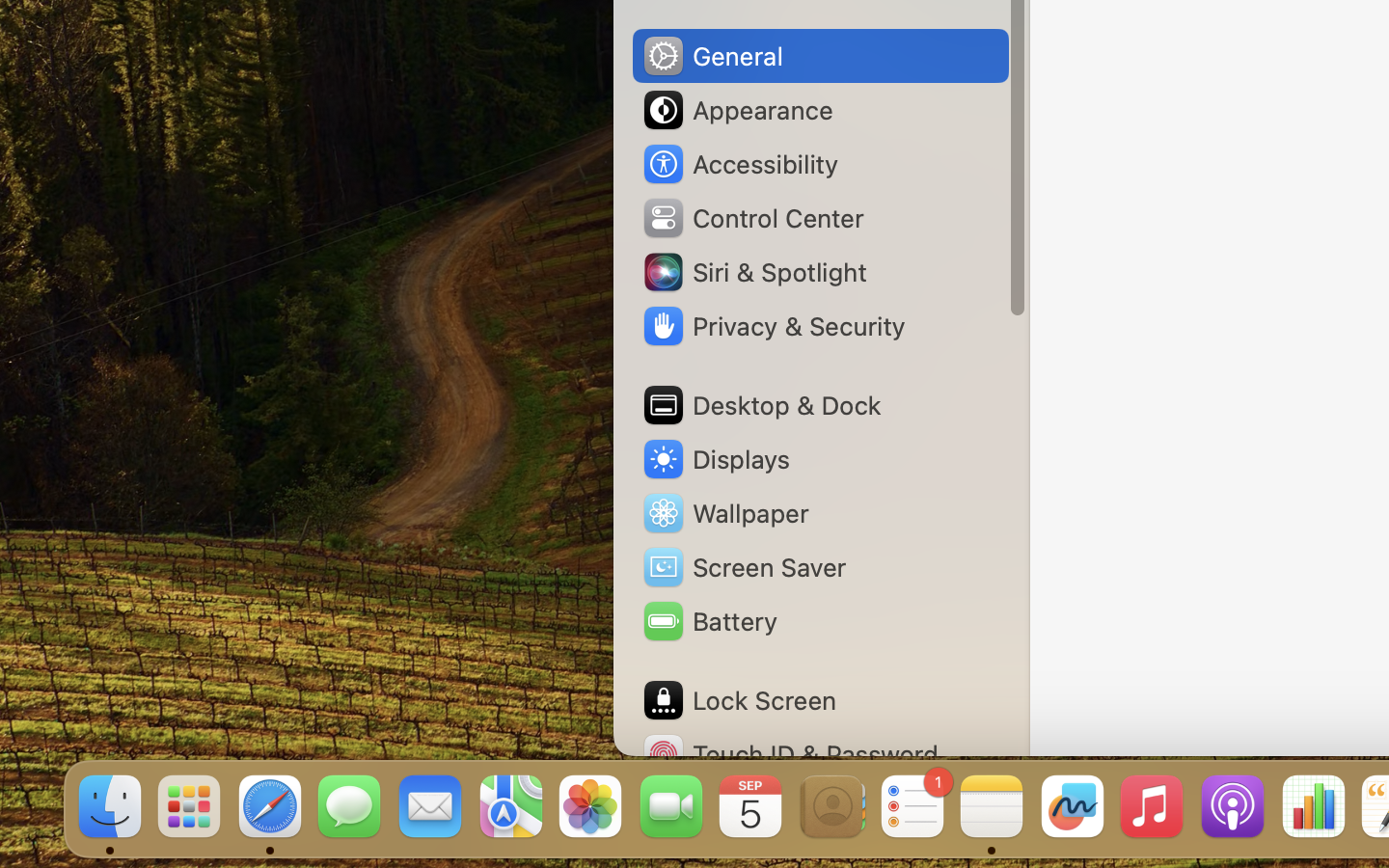  I want to click on 'Displays', so click(715, 458).